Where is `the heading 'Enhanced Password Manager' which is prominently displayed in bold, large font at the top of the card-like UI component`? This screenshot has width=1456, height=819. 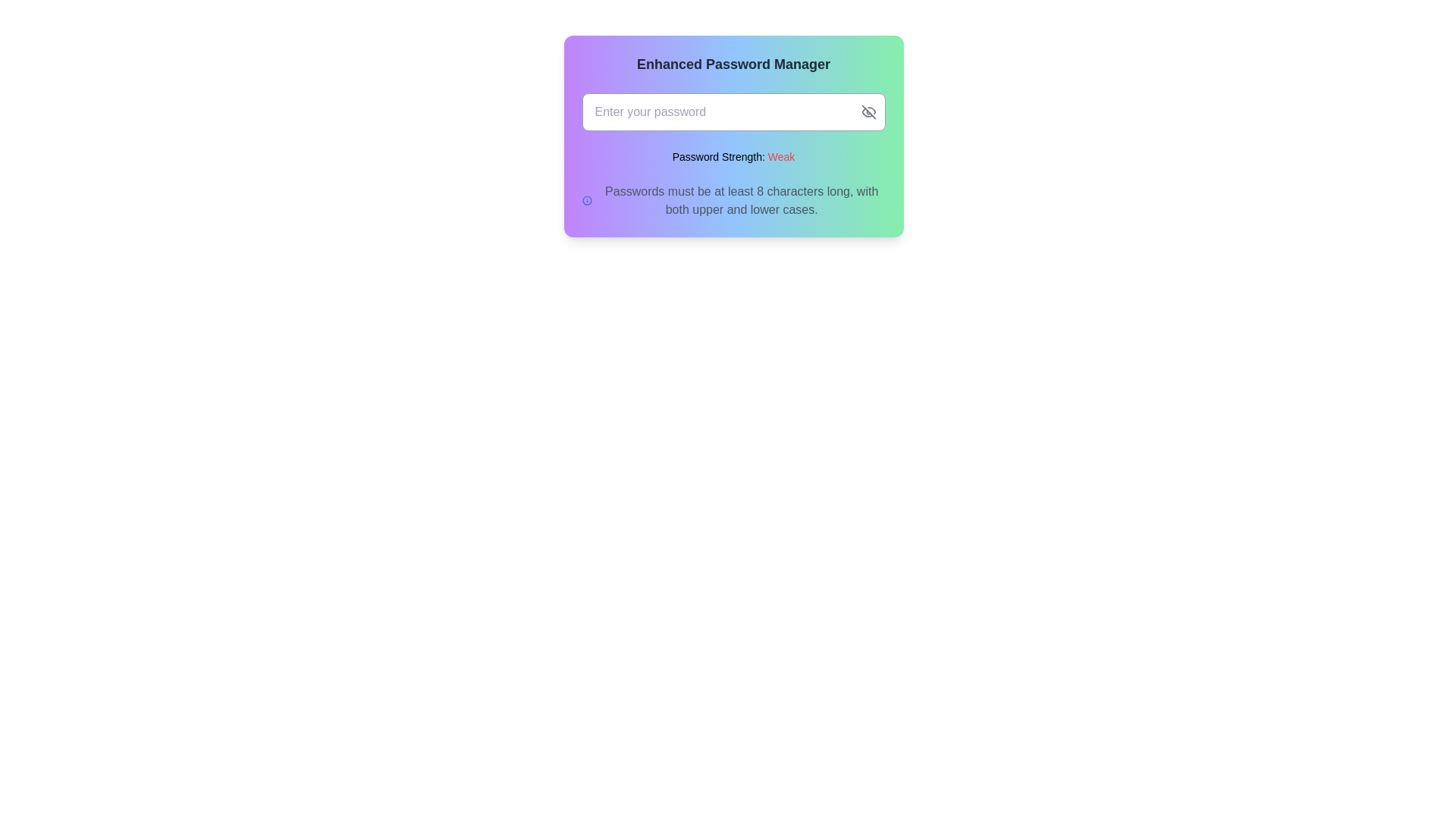 the heading 'Enhanced Password Manager' which is prominently displayed in bold, large font at the top of the card-like UI component is located at coordinates (733, 63).